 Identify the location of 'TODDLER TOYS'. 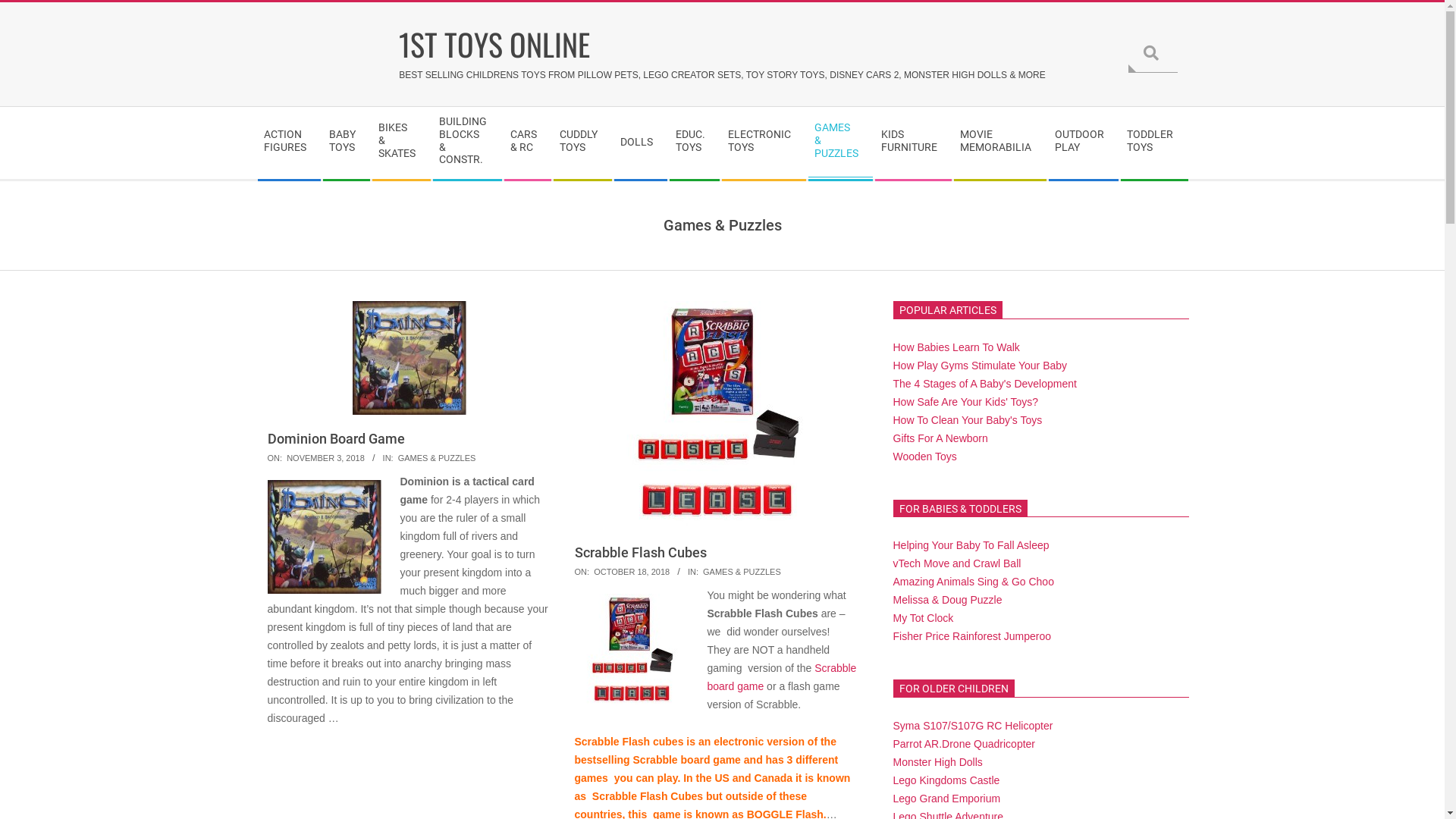
(1153, 143).